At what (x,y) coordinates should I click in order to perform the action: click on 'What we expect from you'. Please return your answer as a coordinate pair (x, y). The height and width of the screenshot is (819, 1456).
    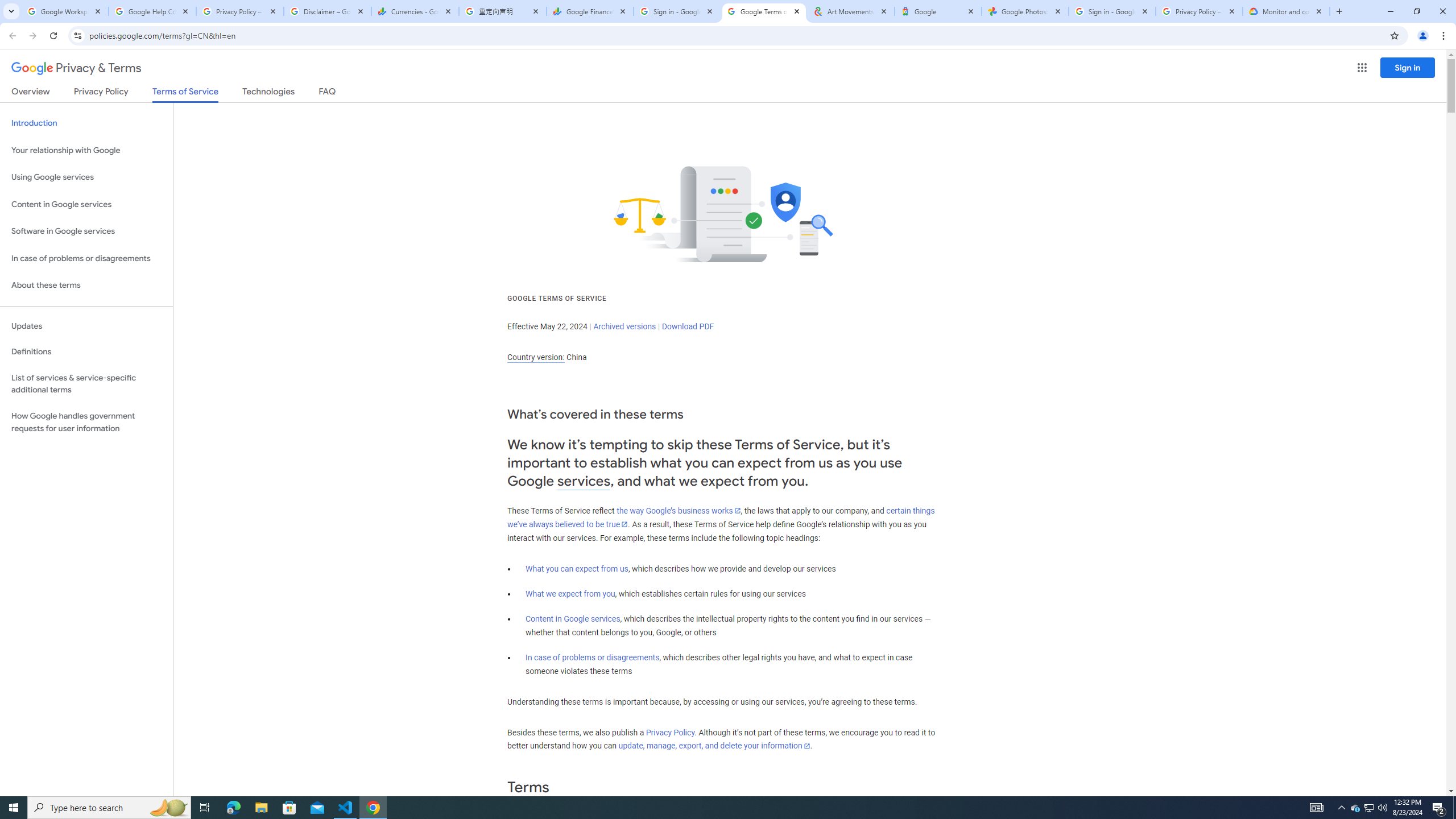
    Looking at the image, I should click on (570, 593).